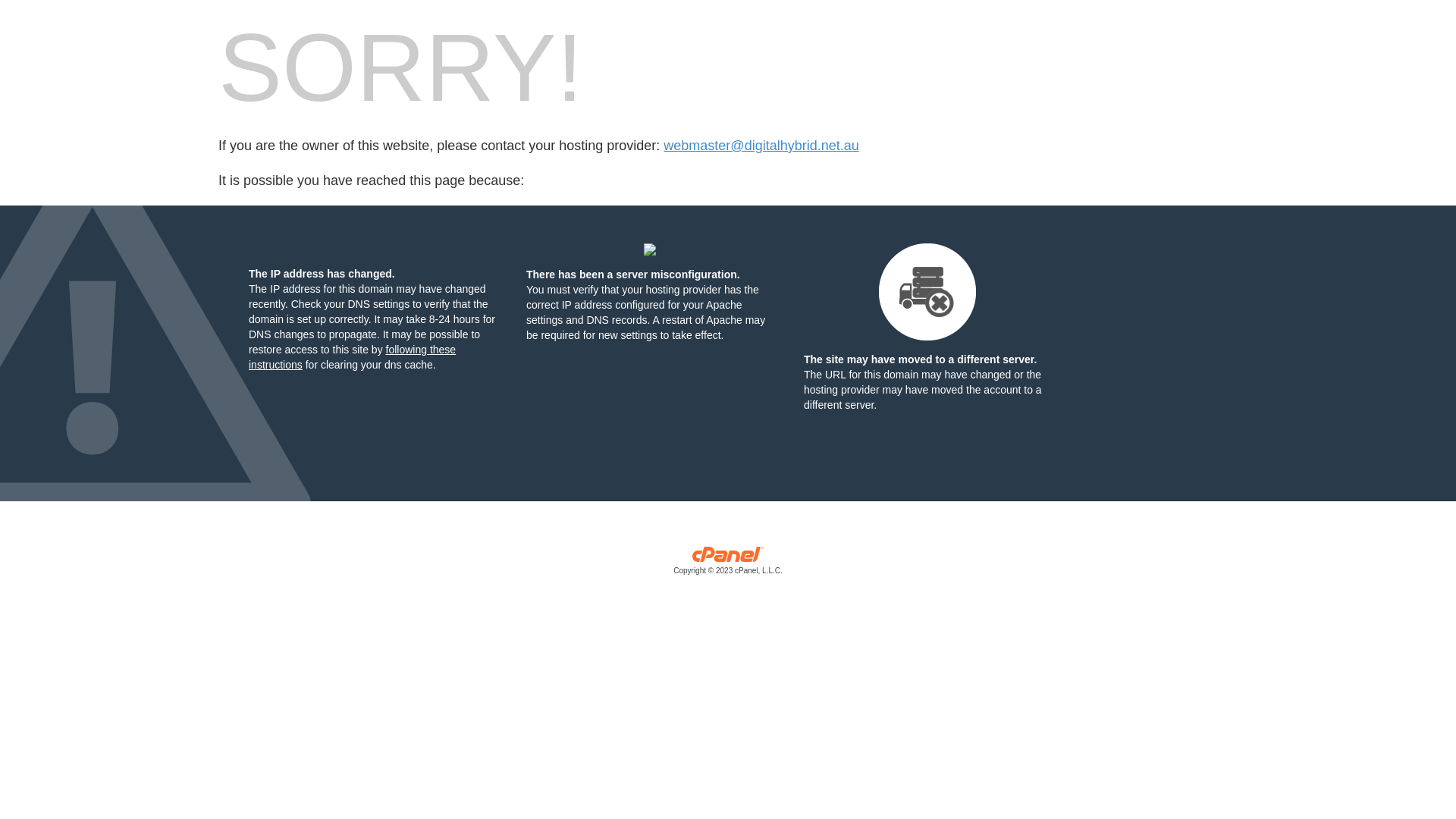  I want to click on 'webmaster@digitalhybrid.net.au', so click(761, 146).